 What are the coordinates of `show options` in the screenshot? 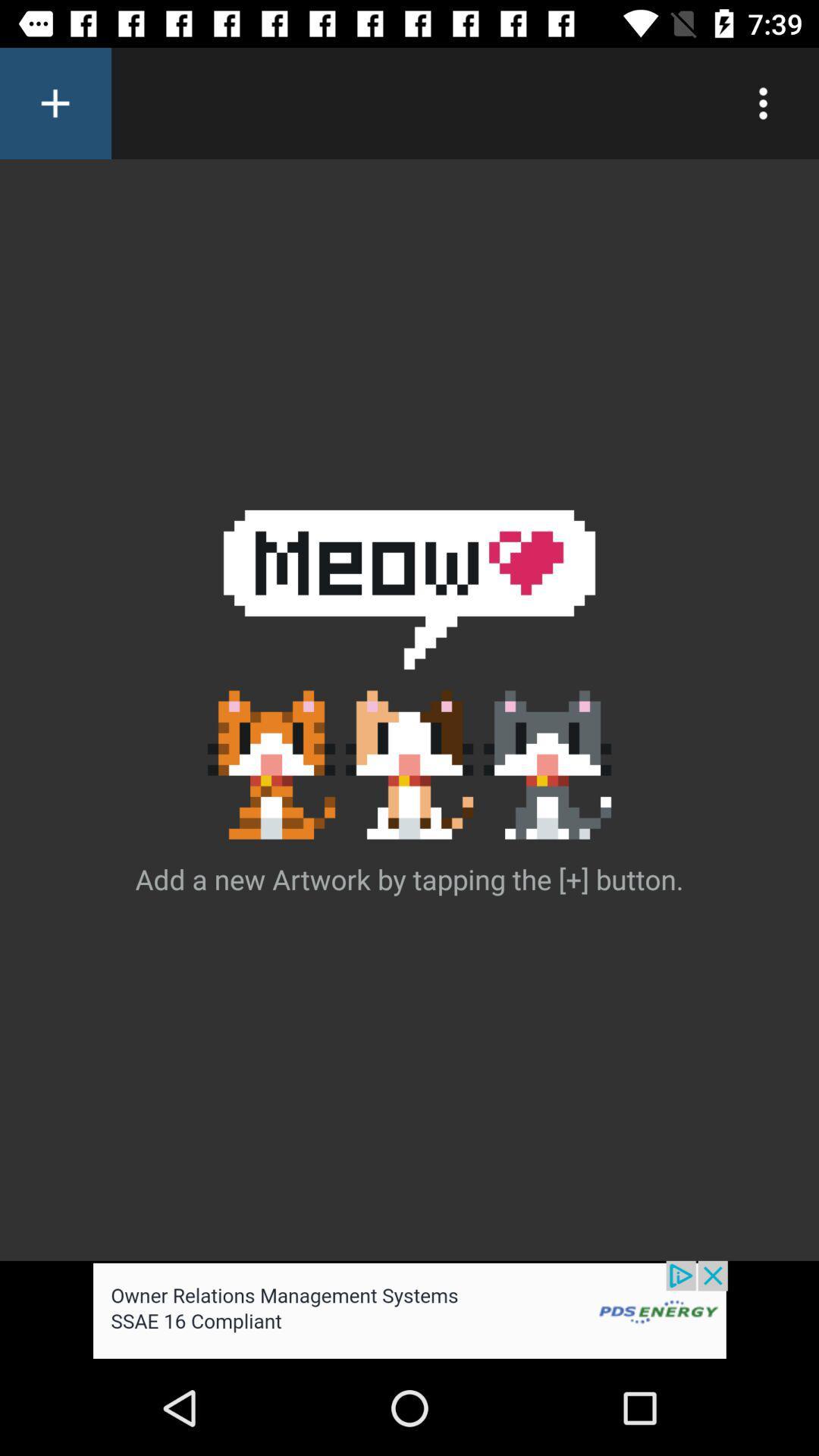 It's located at (763, 102).